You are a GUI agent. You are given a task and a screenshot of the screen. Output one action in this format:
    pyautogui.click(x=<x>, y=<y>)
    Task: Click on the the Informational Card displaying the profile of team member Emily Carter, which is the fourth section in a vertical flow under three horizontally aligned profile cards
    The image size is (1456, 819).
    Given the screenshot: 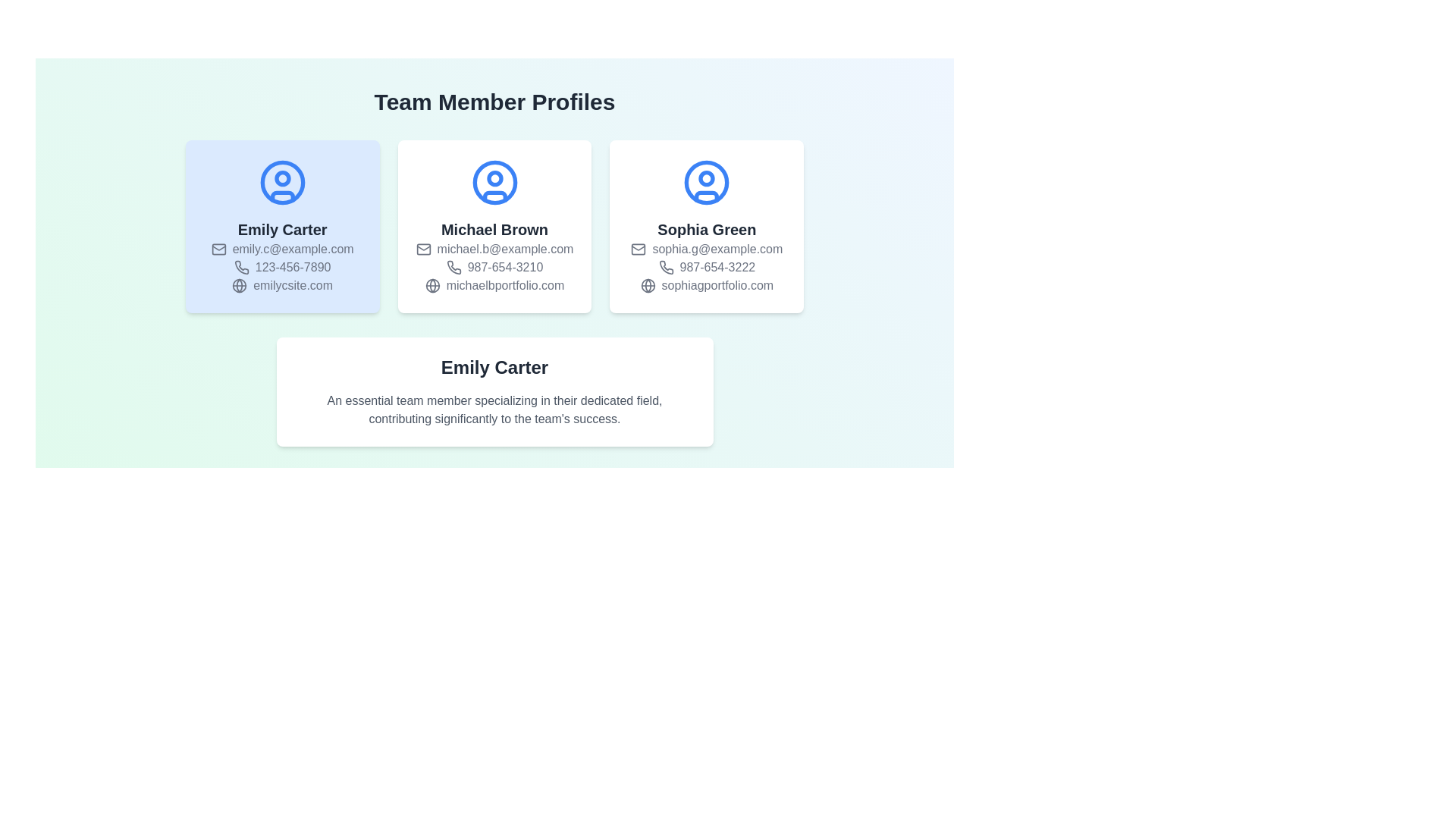 What is the action you would take?
    pyautogui.click(x=494, y=391)
    